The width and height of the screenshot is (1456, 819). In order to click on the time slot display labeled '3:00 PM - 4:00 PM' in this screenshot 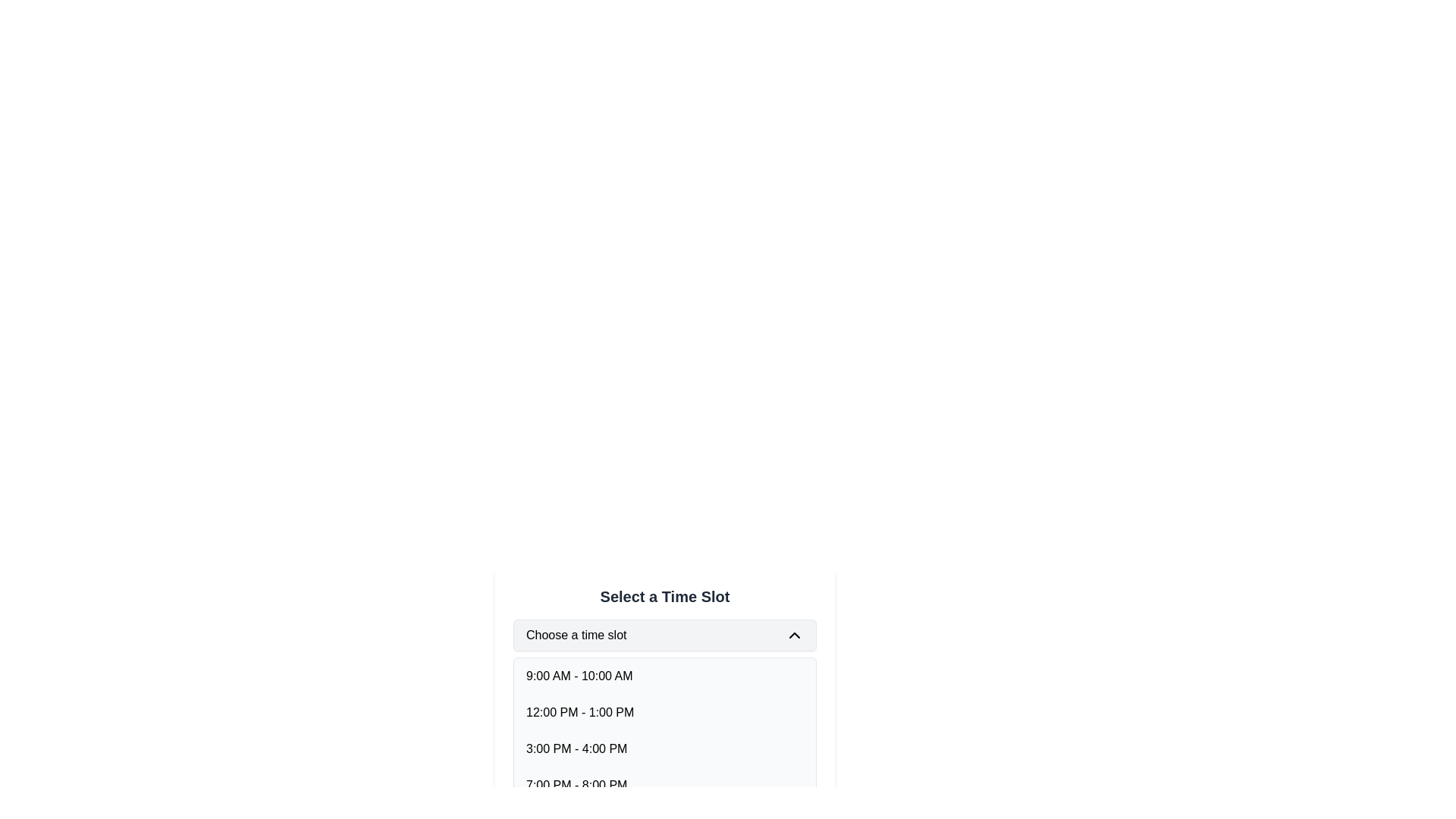, I will do `click(665, 748)`.